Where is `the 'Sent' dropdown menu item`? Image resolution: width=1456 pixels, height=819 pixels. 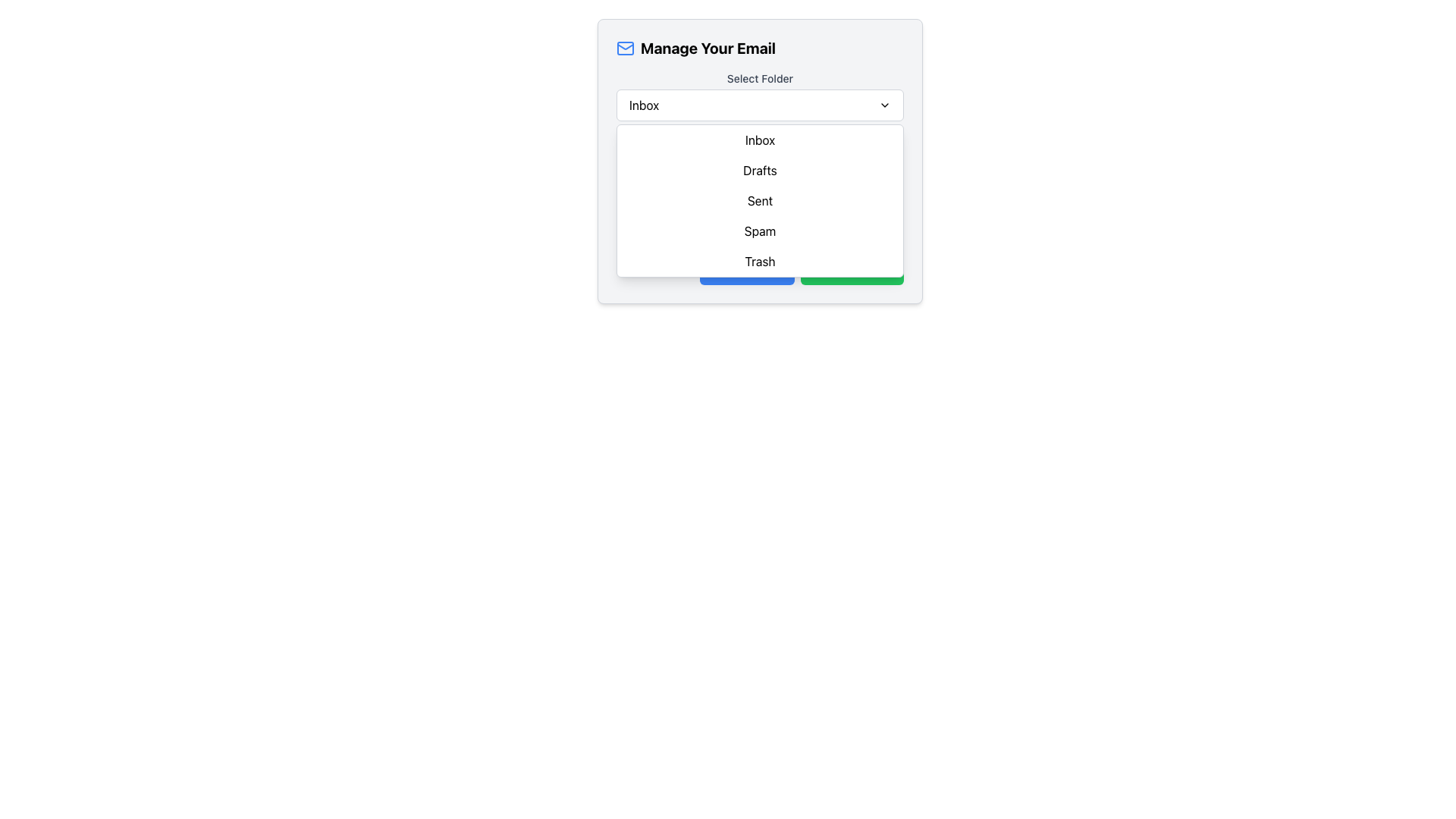
the 'Sent' dropdown menu item is located at coordinates (760, 200).